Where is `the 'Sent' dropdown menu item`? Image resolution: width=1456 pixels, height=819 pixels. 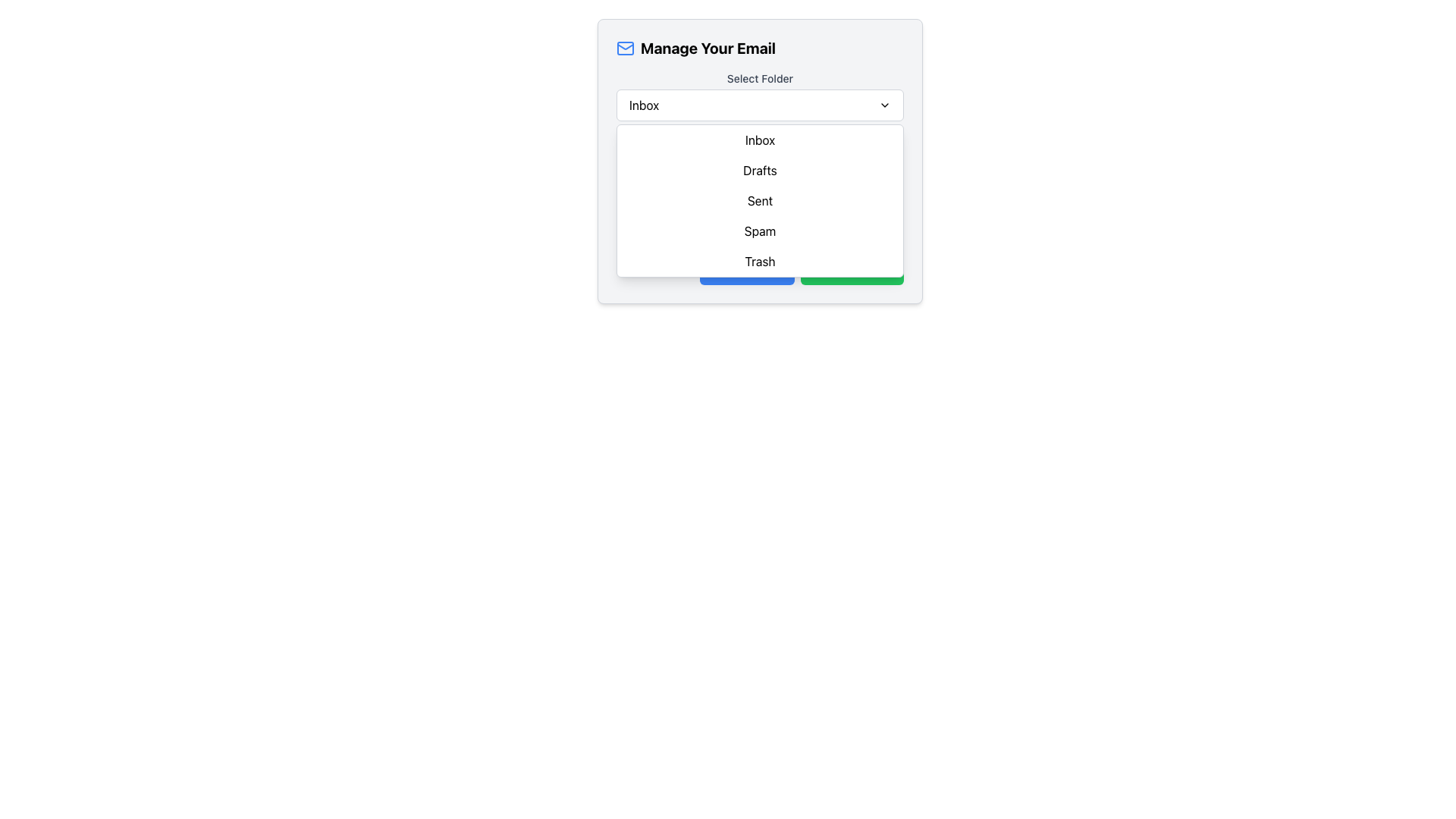
the 'Sent' dropdown menu item is located at coordinates (760, 200).